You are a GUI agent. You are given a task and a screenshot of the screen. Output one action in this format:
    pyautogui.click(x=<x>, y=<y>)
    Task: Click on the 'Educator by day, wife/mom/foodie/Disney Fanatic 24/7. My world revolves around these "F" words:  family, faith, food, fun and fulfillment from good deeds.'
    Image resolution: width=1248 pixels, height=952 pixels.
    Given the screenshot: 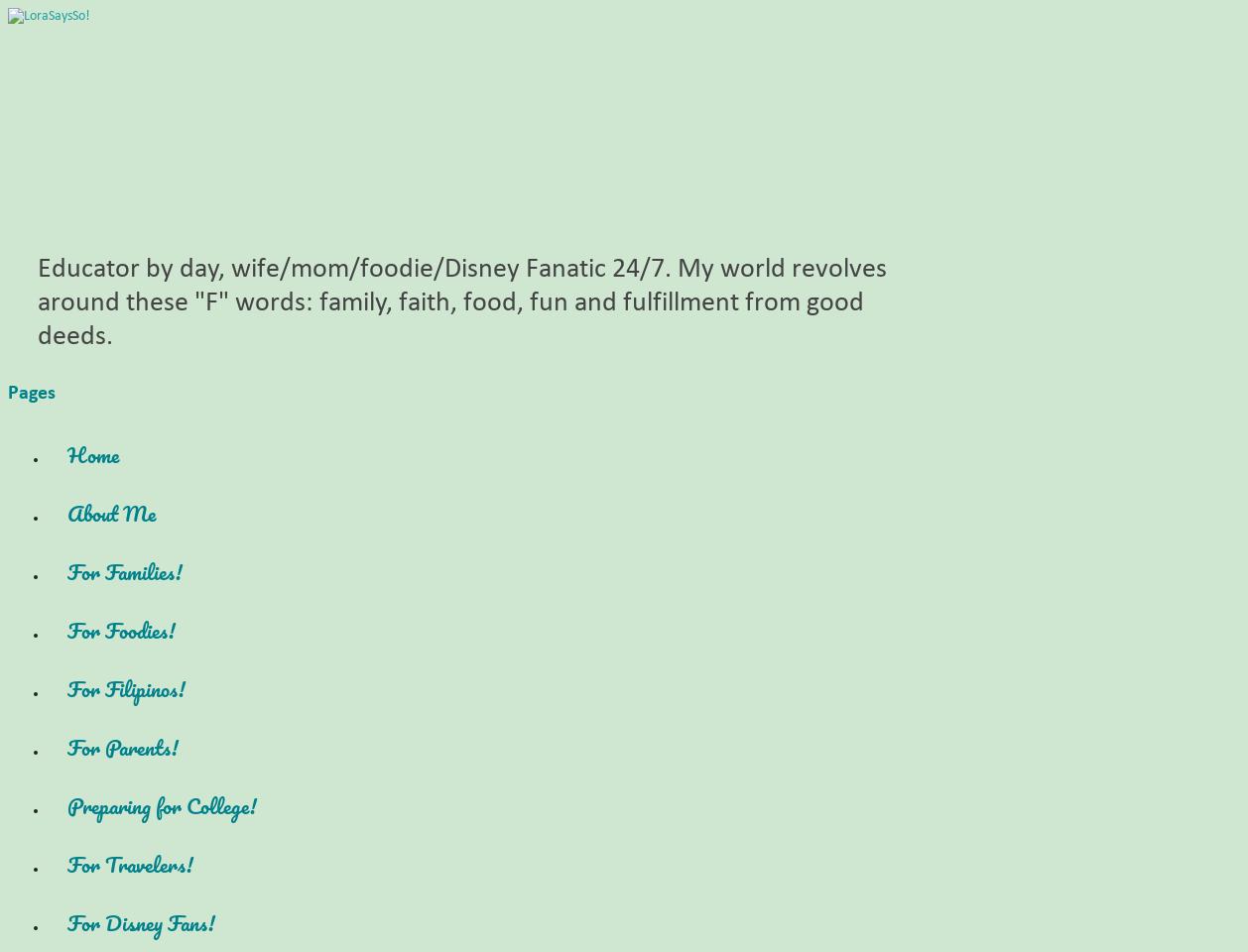 What is the action you would take?
    pyautogui.click(x=460, y=302)
    